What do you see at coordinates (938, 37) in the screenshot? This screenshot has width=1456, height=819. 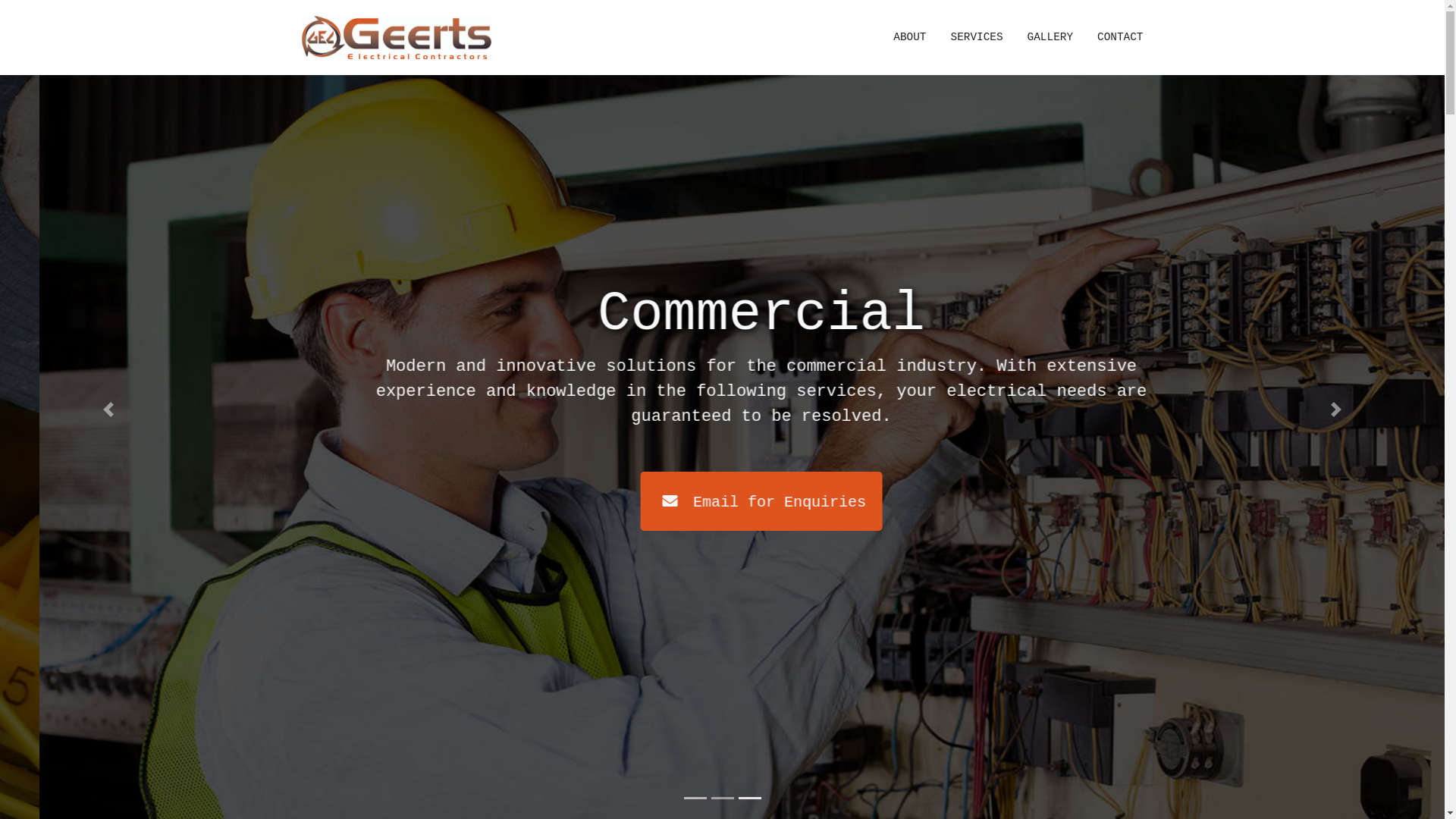 I see `'SERVICES'` at bounding box center [938, 37].